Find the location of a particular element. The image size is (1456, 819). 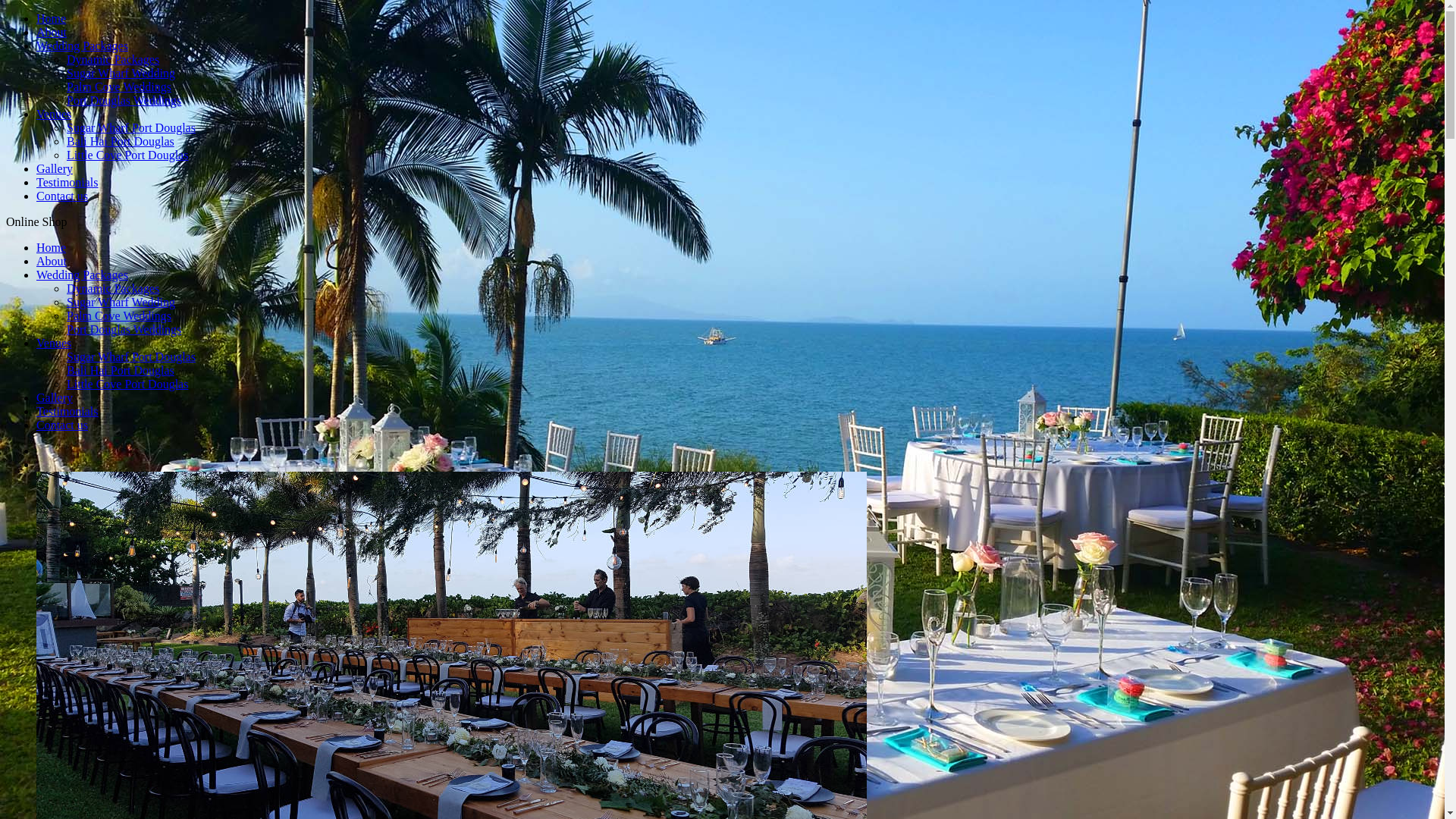

'Venues' is located at coordinates (54, 343).